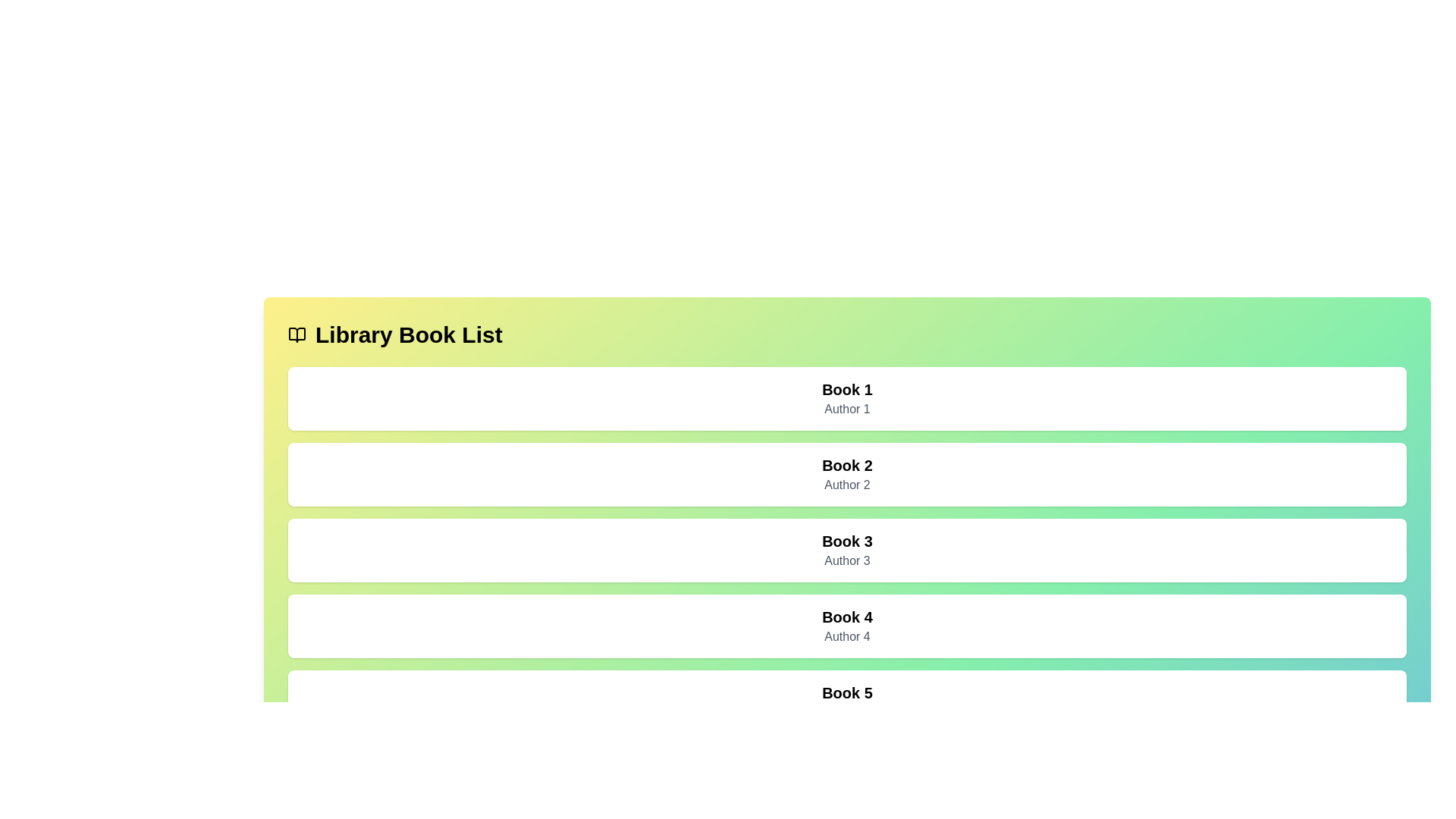  What do you see at coordinates (846, 397) in the screenshot?
I see `the first card in the vertical grid list of books, which has a white background and features the text 'Book 1' at the top` at bounding box center [846, 397].